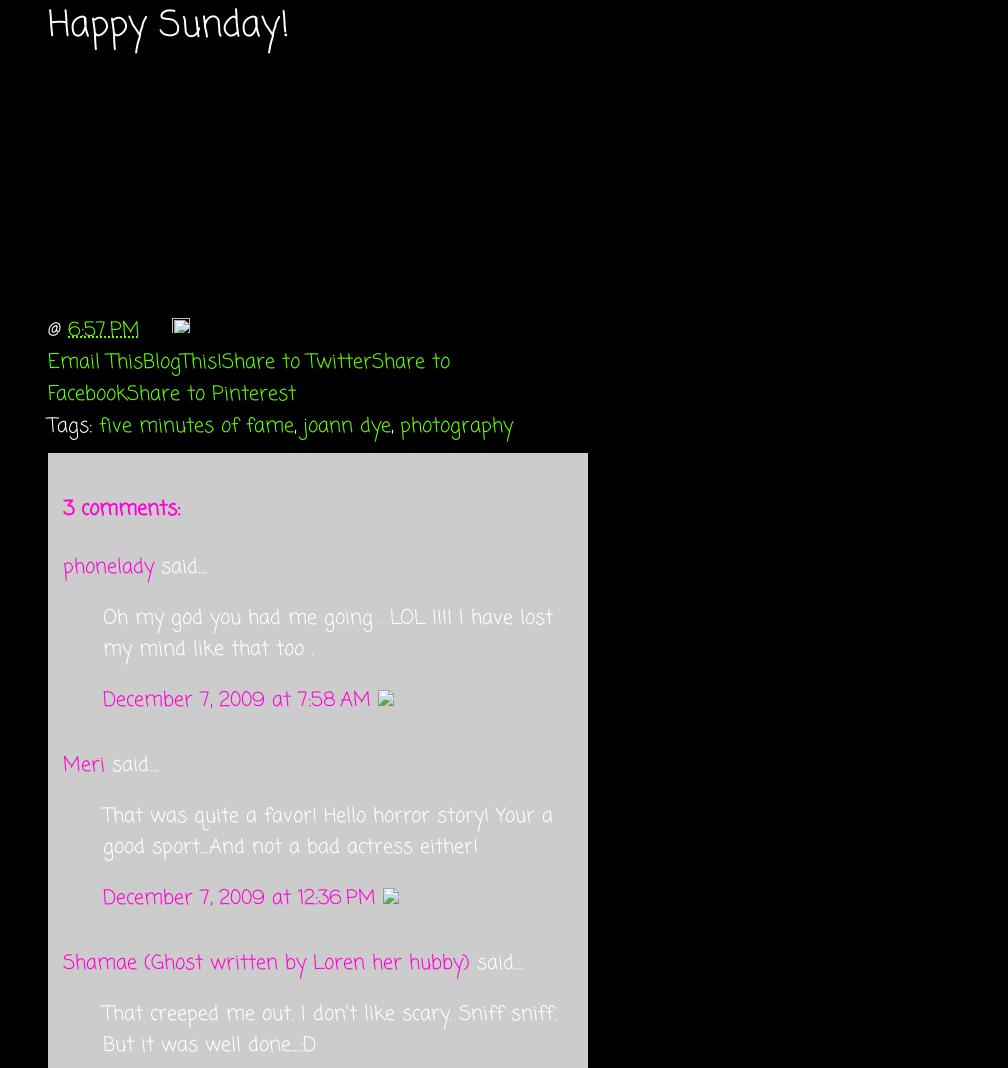  I want to click on 'BlogThis!', so click(182, 360).